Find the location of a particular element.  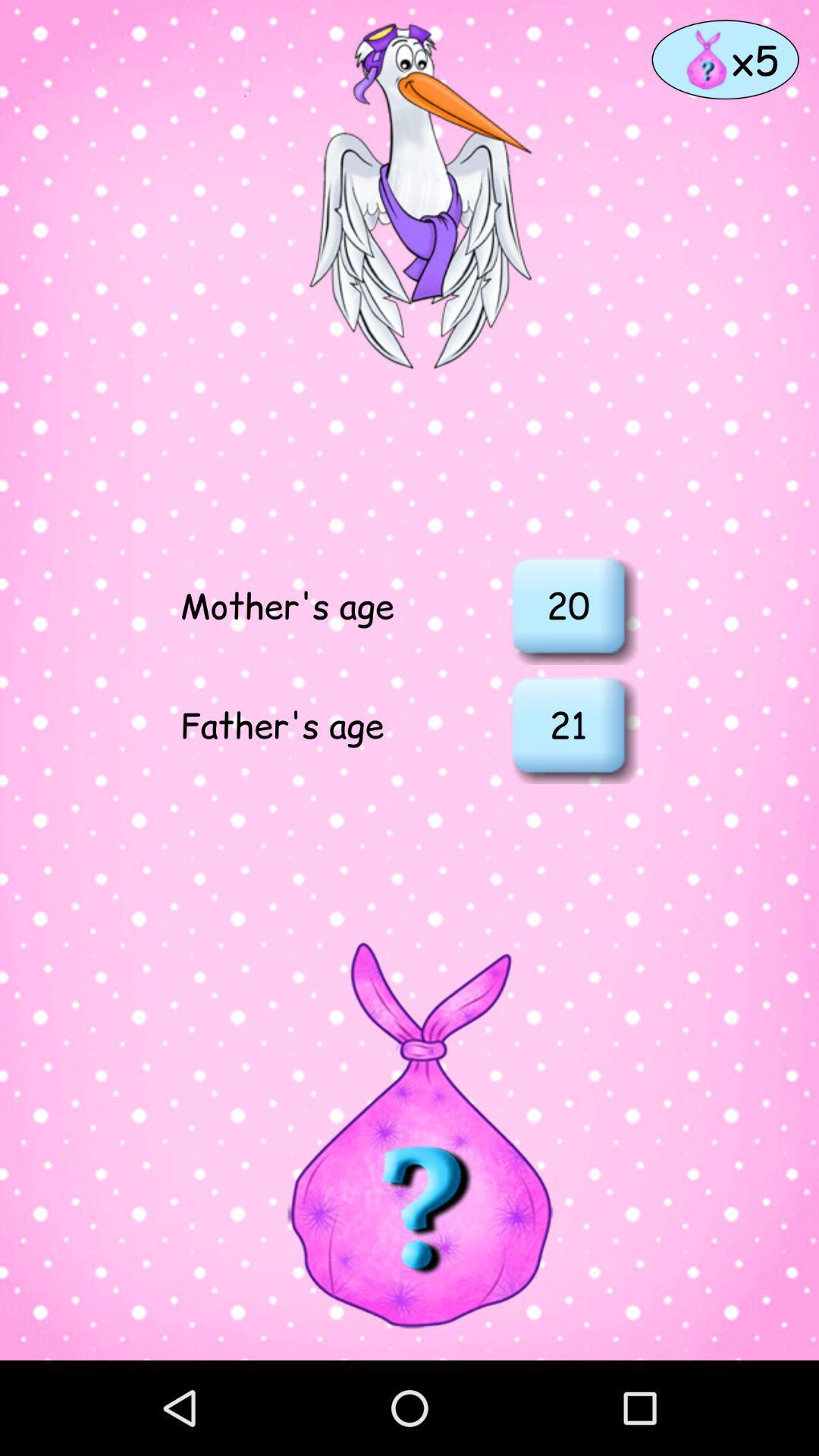

the 20 is located at coordinates (568, 604).